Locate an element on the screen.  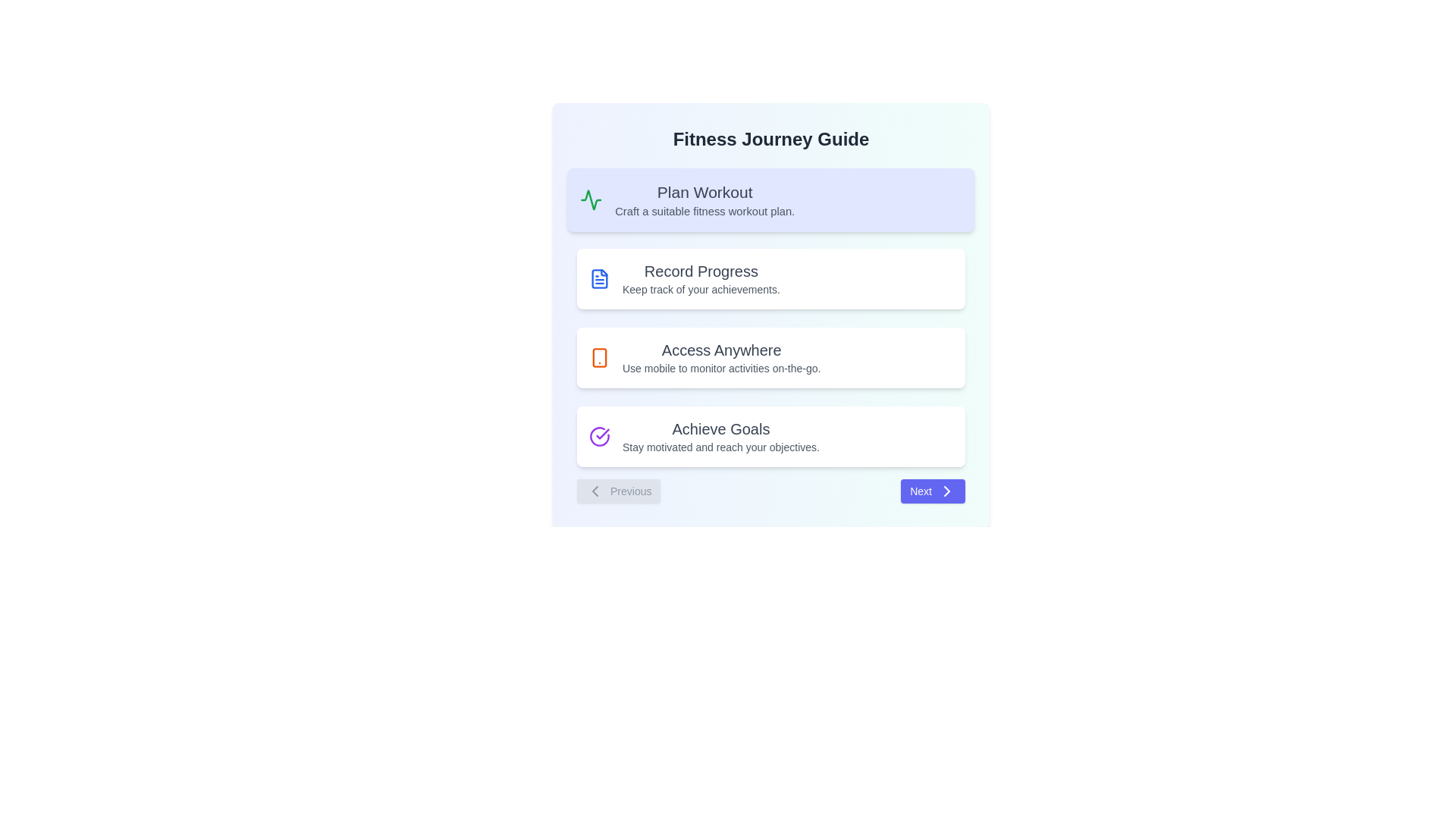
the decorative chevron graphic that is part of the button design, positioned to the right of the blue 'Next' button is located at coordinates (946, 491).